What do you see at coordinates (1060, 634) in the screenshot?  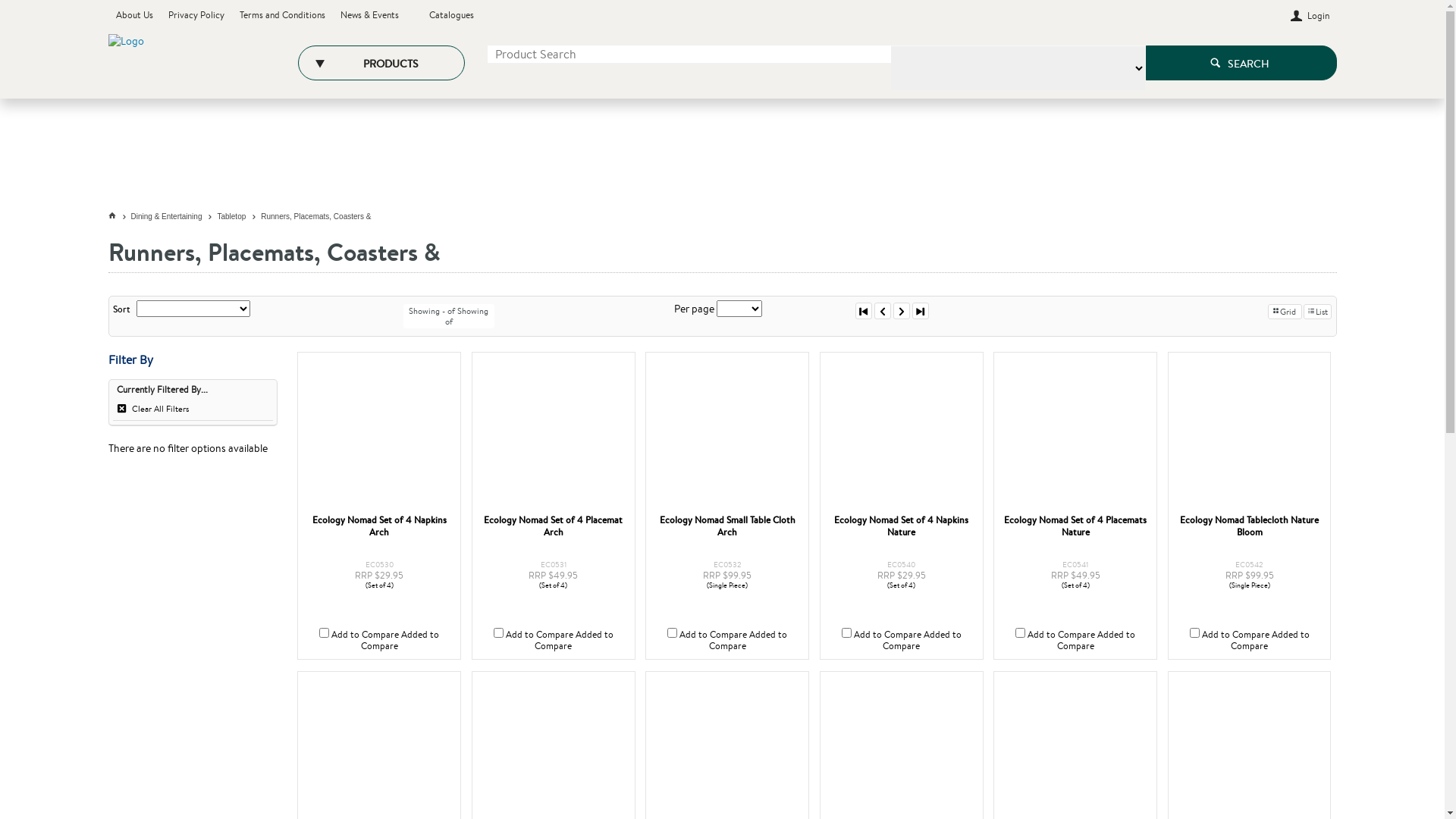 I see `'Add to Compare'` at bounding box center [1060, 634].